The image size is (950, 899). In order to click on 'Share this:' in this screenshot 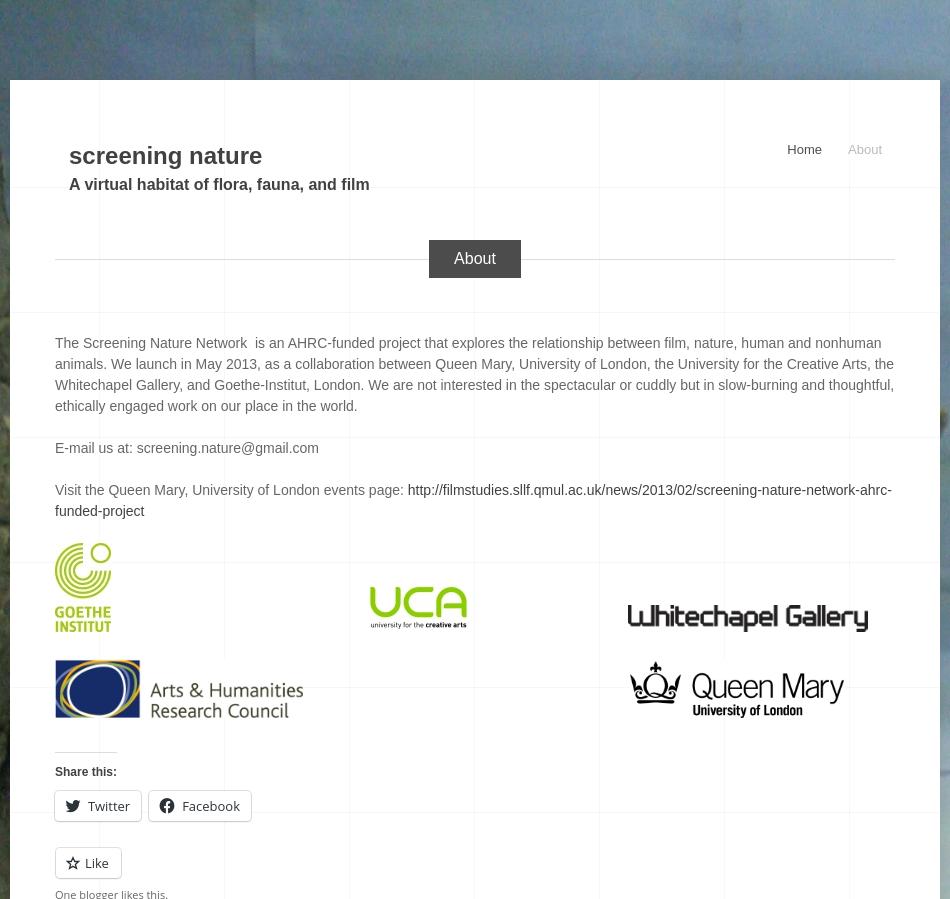, I will do `click(85, 770)`.